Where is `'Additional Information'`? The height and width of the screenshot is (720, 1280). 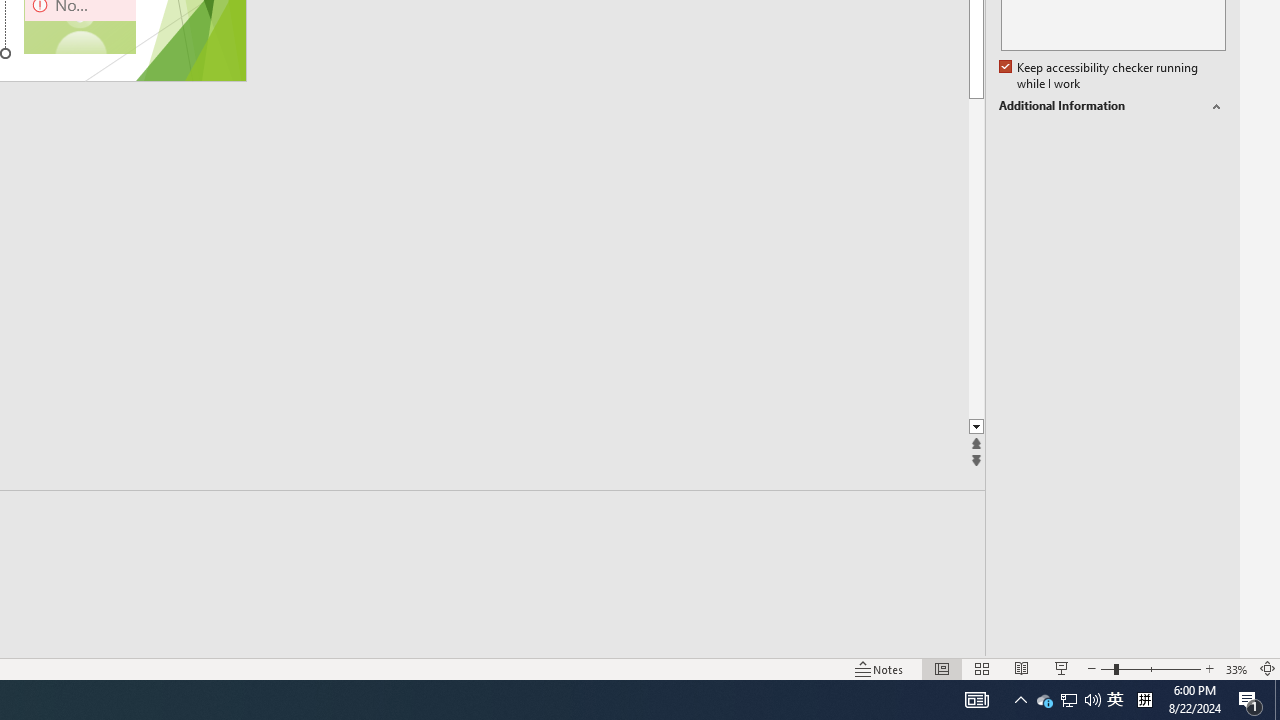 'Additional Information' is located at coordinates (1111, 106).